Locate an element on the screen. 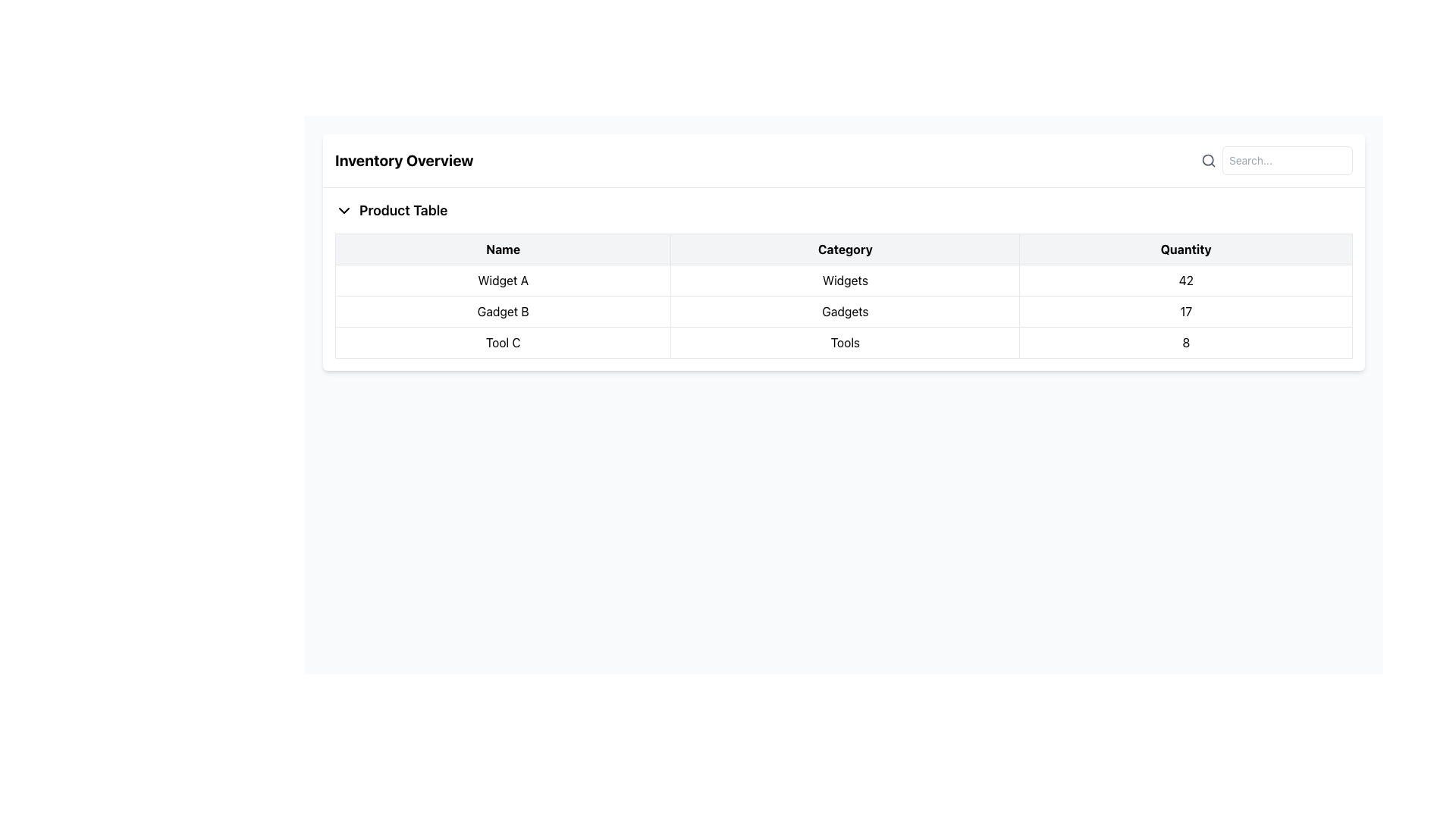 This screenshot has height=819, width=1456. the text label indicating the quantity of items in the table, which is the third element in the header row following 'Name' and 'Category' is located at coordinates (1185, 248).